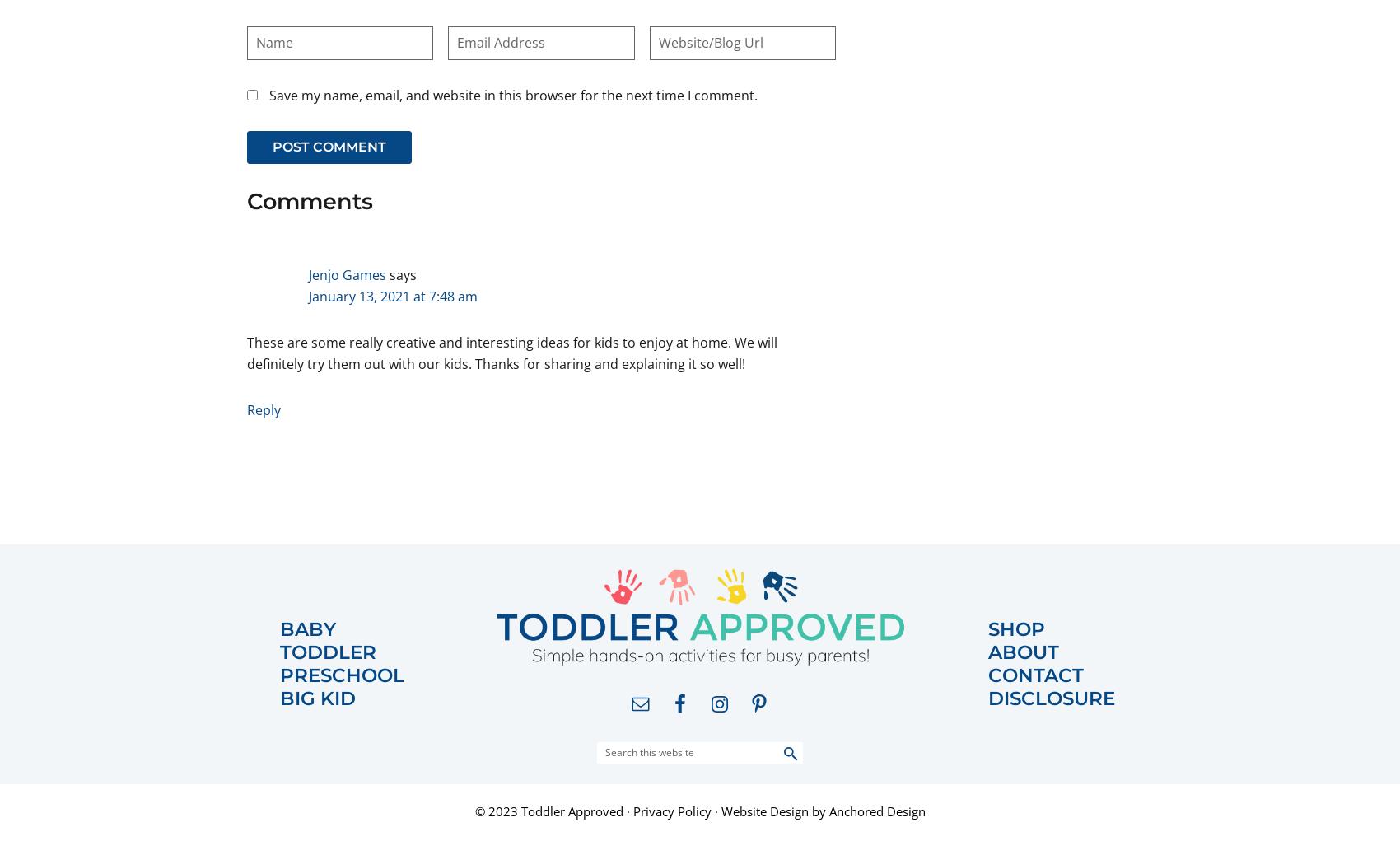  What do you see at coordinates (720, 811) in the screenshot?
I see `'Website Design by Anchored Design'` at bounding box center [720, 811].